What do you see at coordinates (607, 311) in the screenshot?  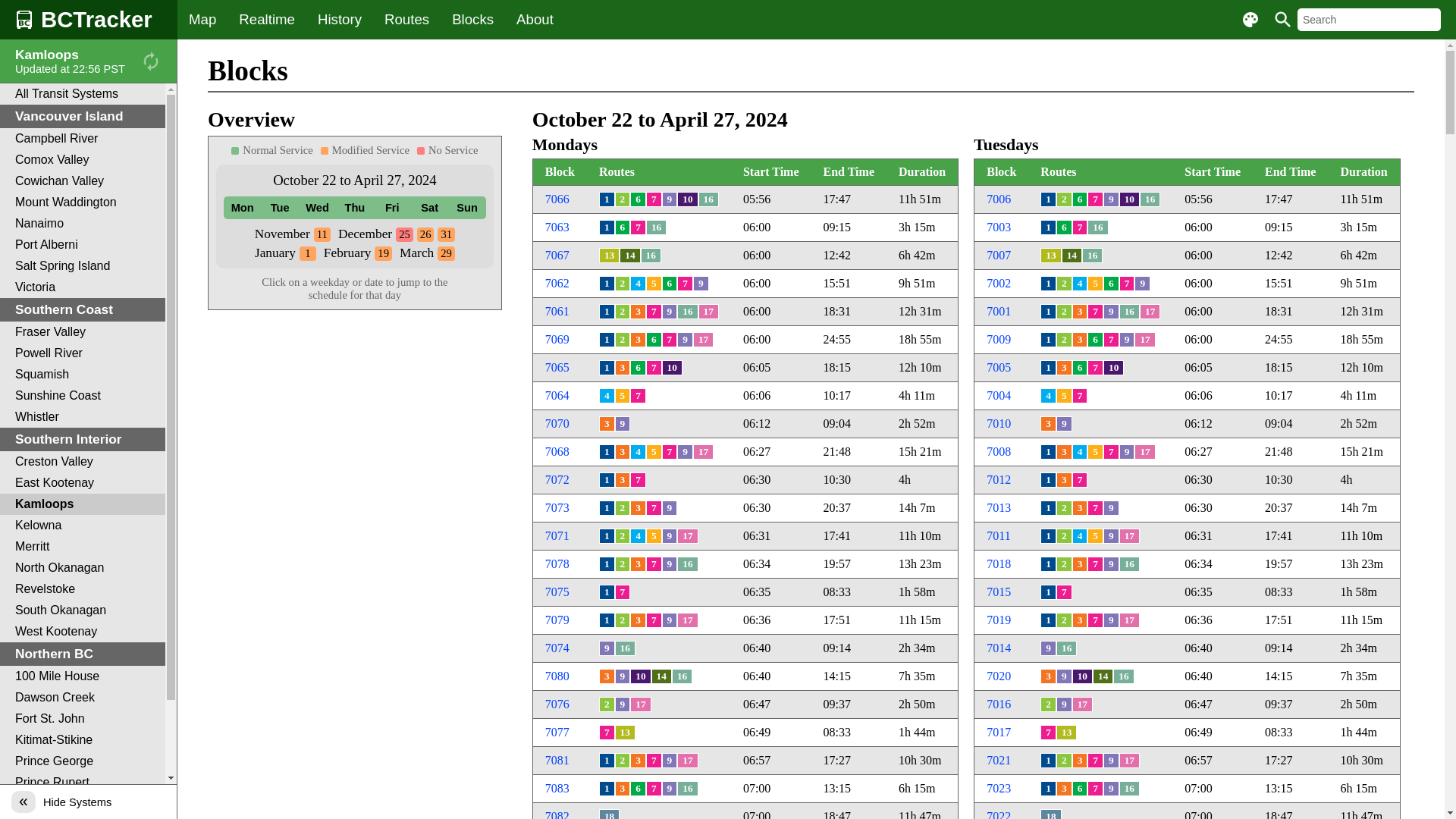 I see `'1'` at bounding box center [607, 311].